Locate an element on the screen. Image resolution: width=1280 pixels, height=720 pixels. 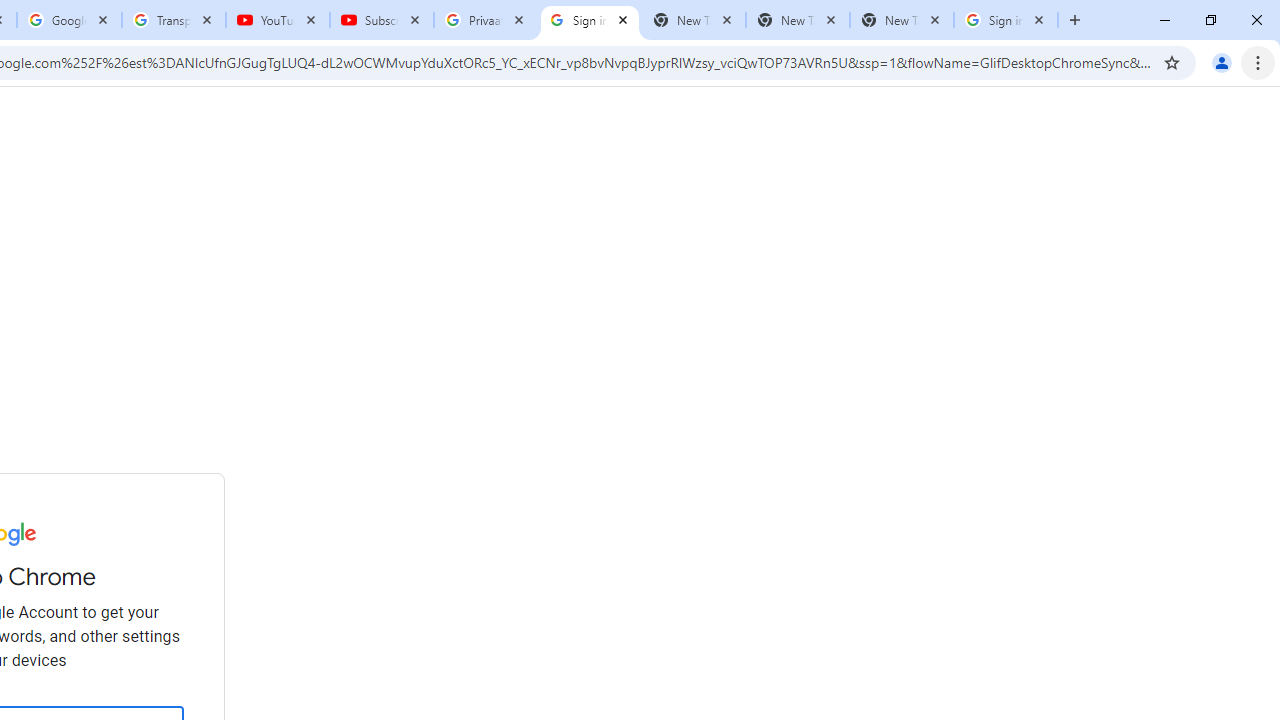
'Google Account' is located at coordinates (69, 20).